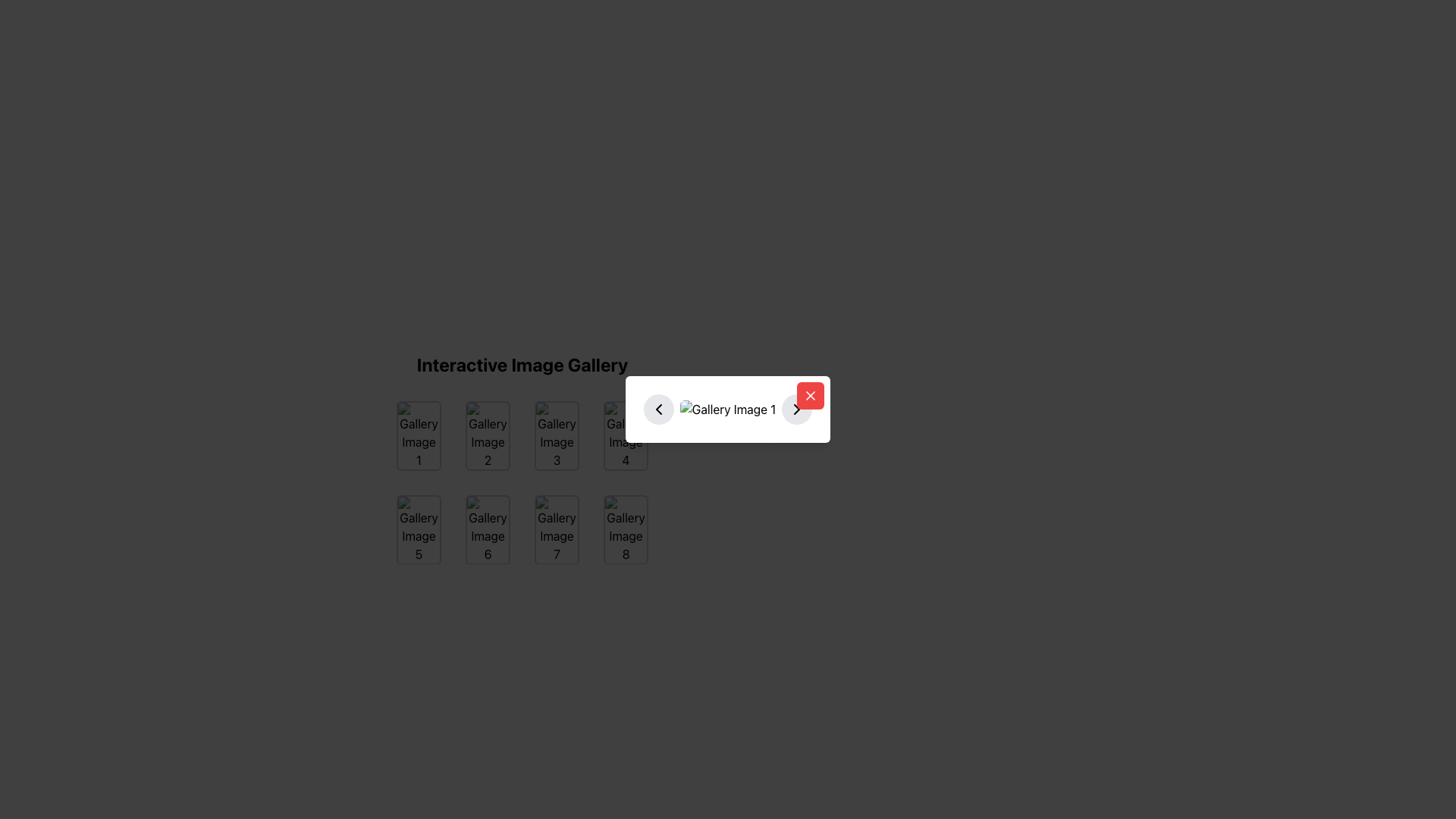 This screenshot has width=1456, height=819. I want to click on the image thumbnail labeled 'Gallery Image 5', so click(419, 529).